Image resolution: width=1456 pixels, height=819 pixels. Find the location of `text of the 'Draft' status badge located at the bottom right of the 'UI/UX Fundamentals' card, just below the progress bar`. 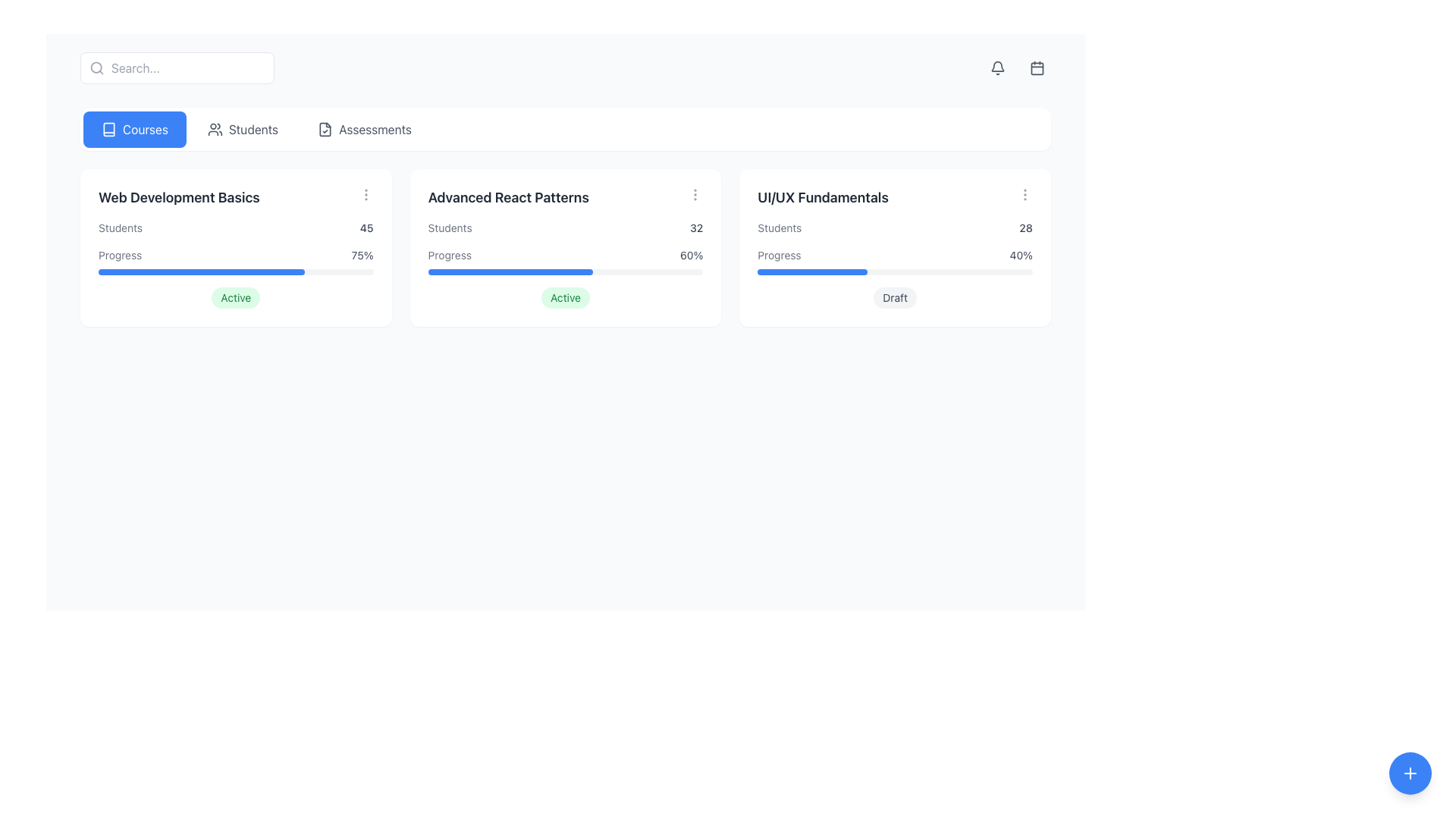

text of the 'Draft' status badge located at the bottom right of the 'UI/UX Fundamentals' card, just below the progress bar is located at coordinates (895, 298).